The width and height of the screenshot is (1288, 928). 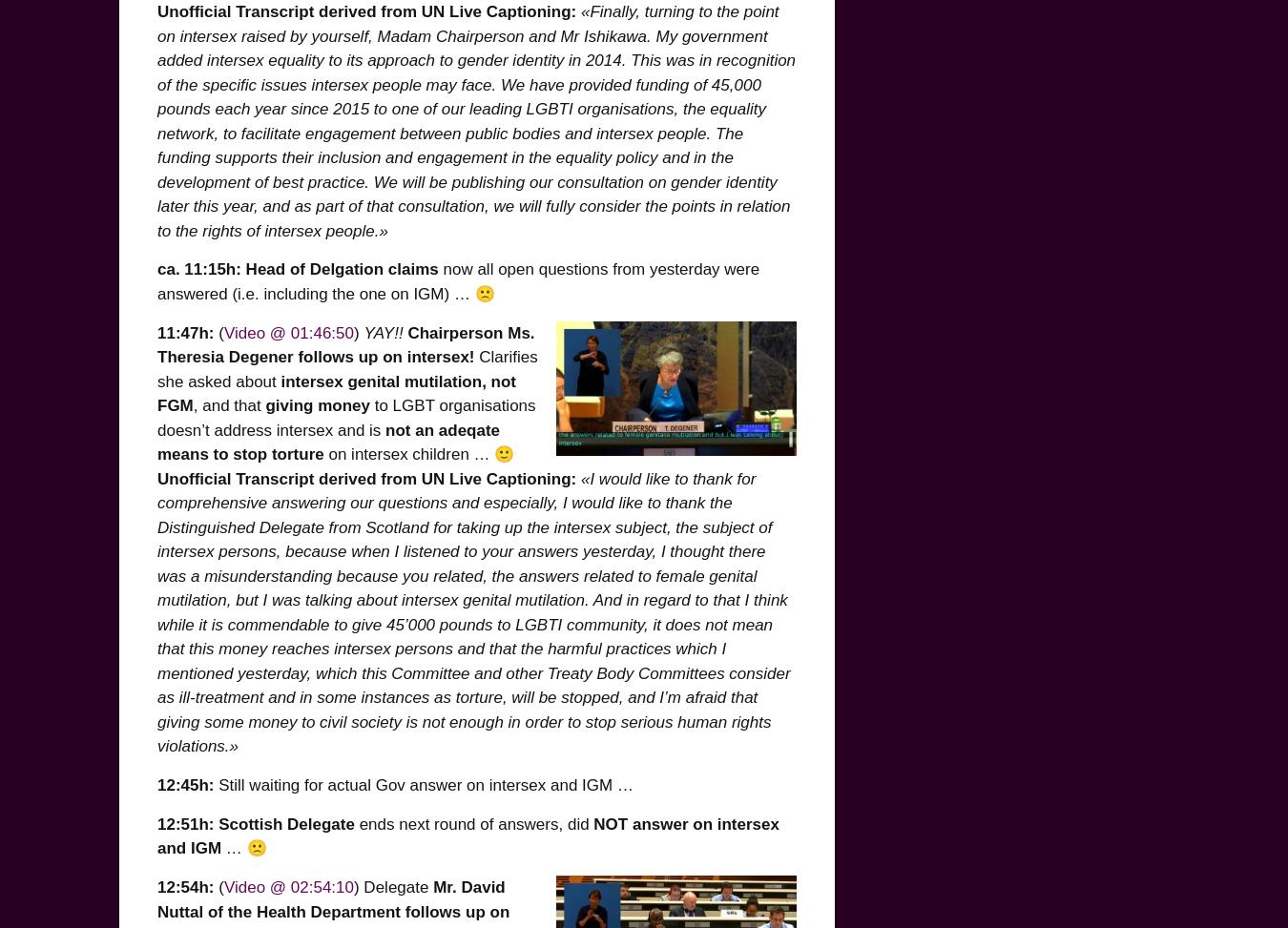 What do you see at coordinates (156, 119) in the screenshot?
I see `'«Finally, turning to the point on intersex raised by yourself, Madam Chairperson and Mr Ishikawa. My government added intersex equality to its approach to gender identity in 2014. This was in recognition of the specific issues intersex people may face. We have provided funding of 45,000 pounds each year since 2015 to one of our leading LGBTI organisations, the equality network, to facilitate engagement between public bodies and intersex people. The funding supports their inclusion and engagement in the equality policy and in the development of best practice. We will be publishing our consultation on gender identity later this year, and as part of that consultation, we will fully consider the points in relation to the rights of intersex people.»'` at bounding box center [156, 119].